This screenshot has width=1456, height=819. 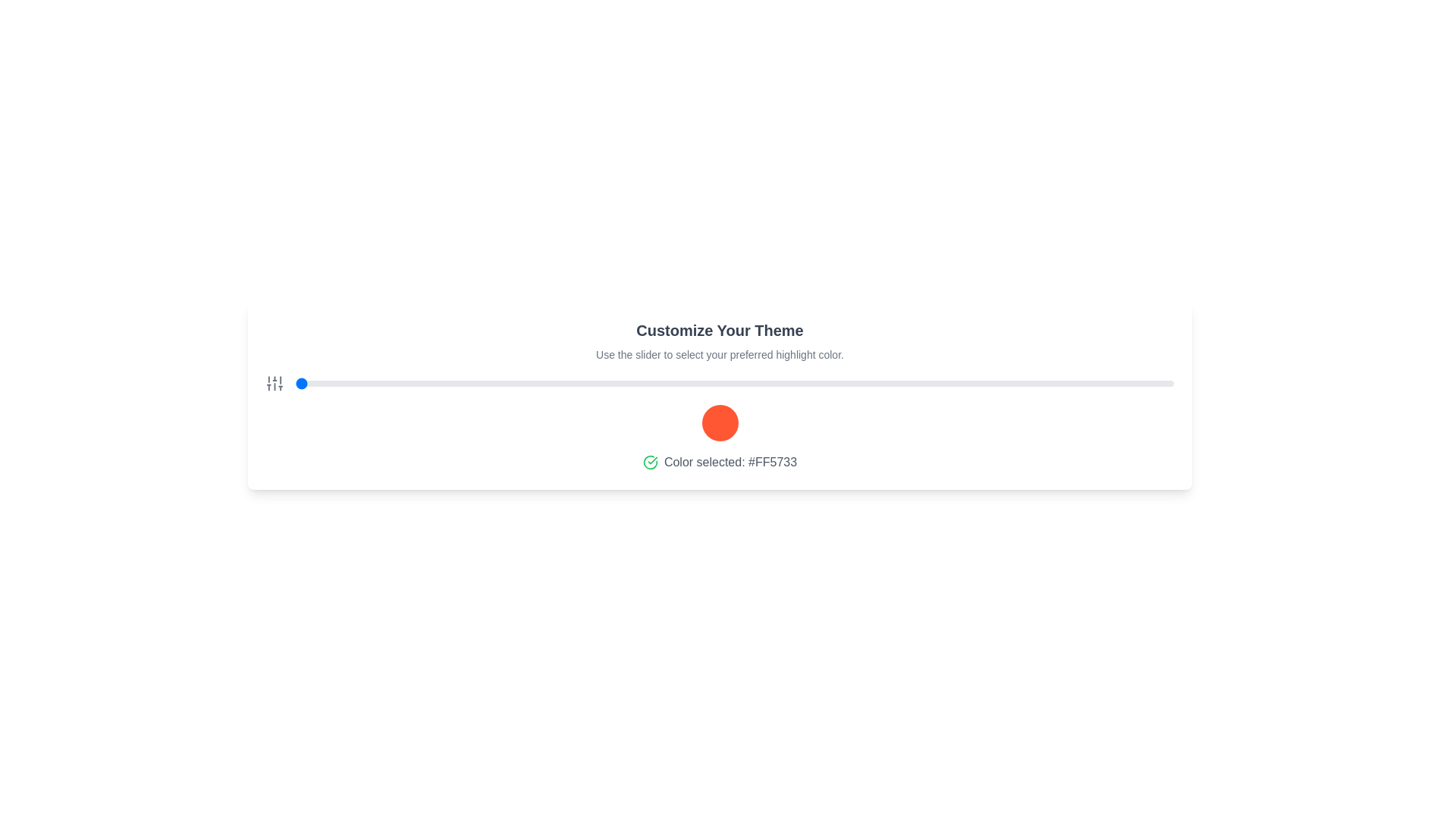 I want to click on the slider, so click(x=470, y=382).